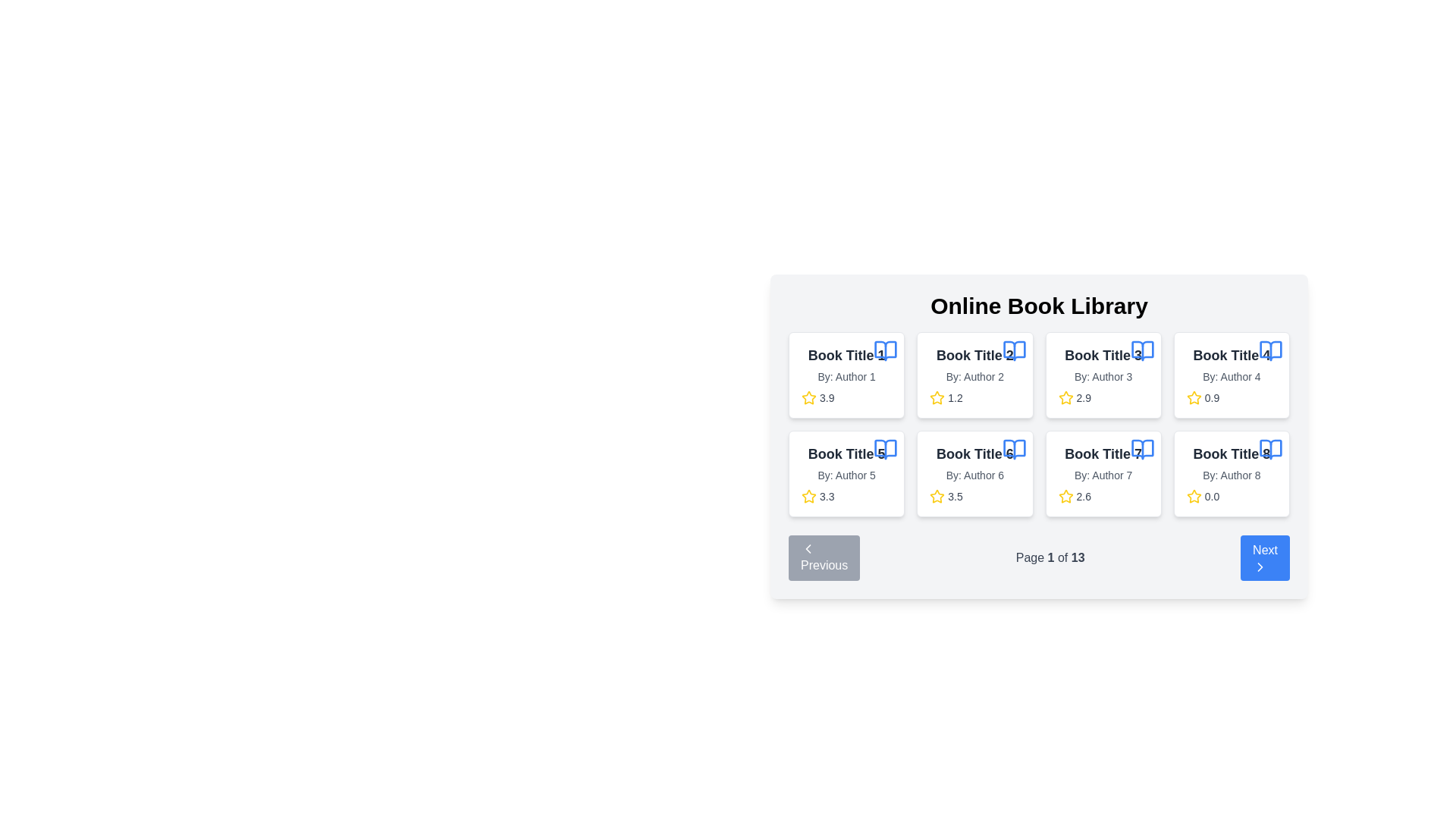  I want to click on text content of the label that displays the current page number and total pages, located between the 'Previous' and 'Next' buttons at the bottom center of the interface, so click(1050, 558).